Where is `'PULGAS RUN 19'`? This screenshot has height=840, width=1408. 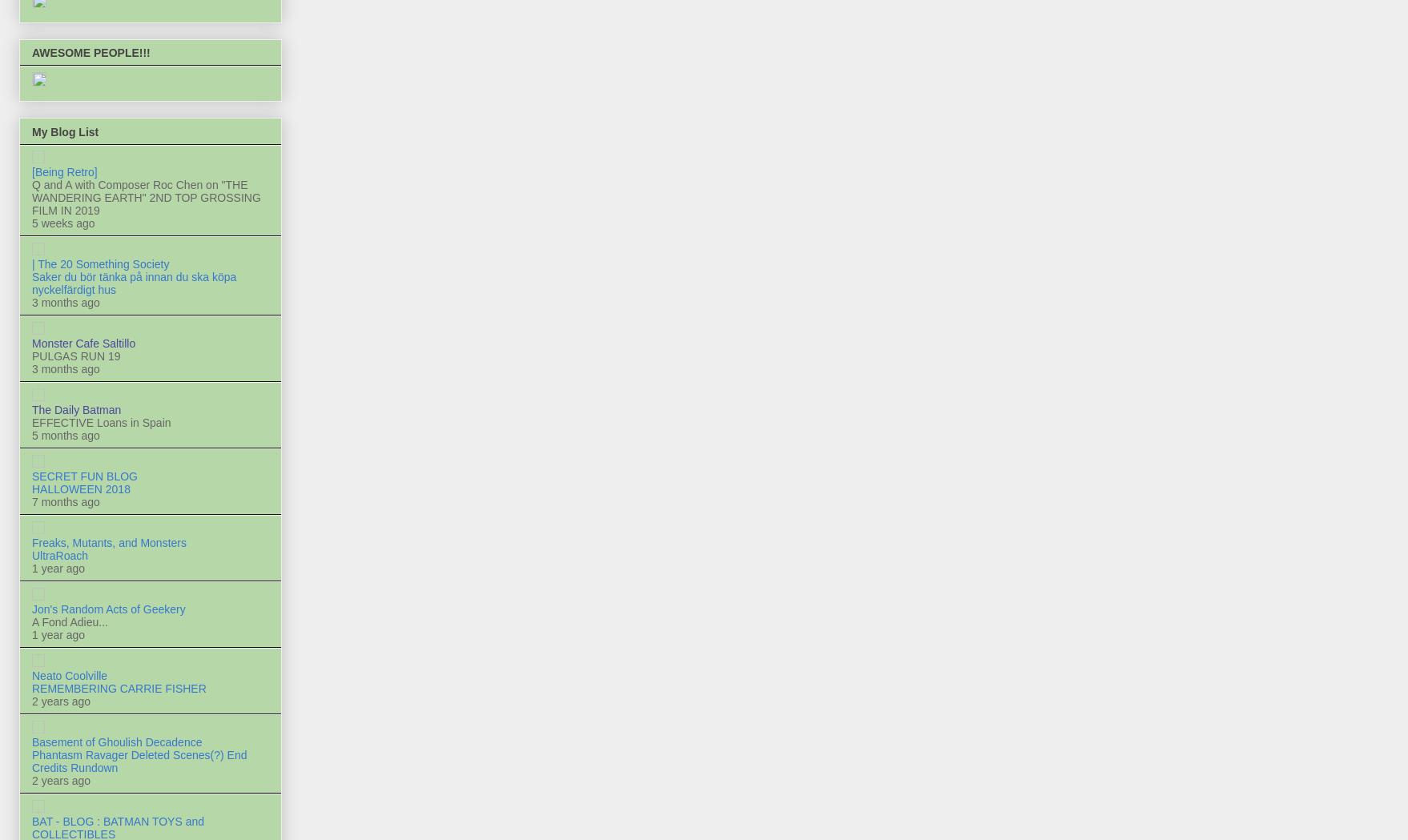
'PULGAS RUN 19' is located at coordinates (75, 355).